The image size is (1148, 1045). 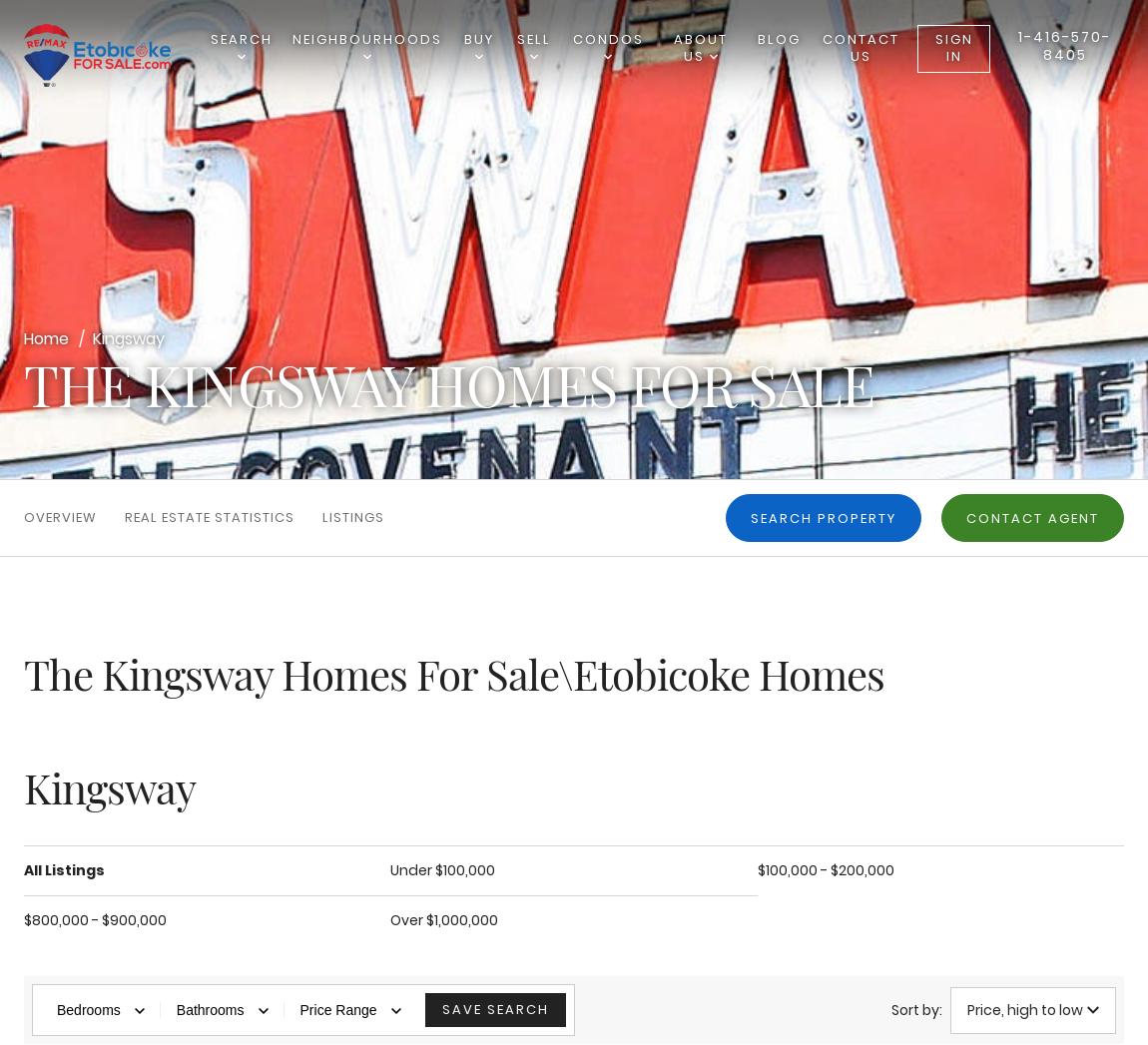 I want to click on 'The Kingsway Homes For Sale', so click(x=448, y=382).